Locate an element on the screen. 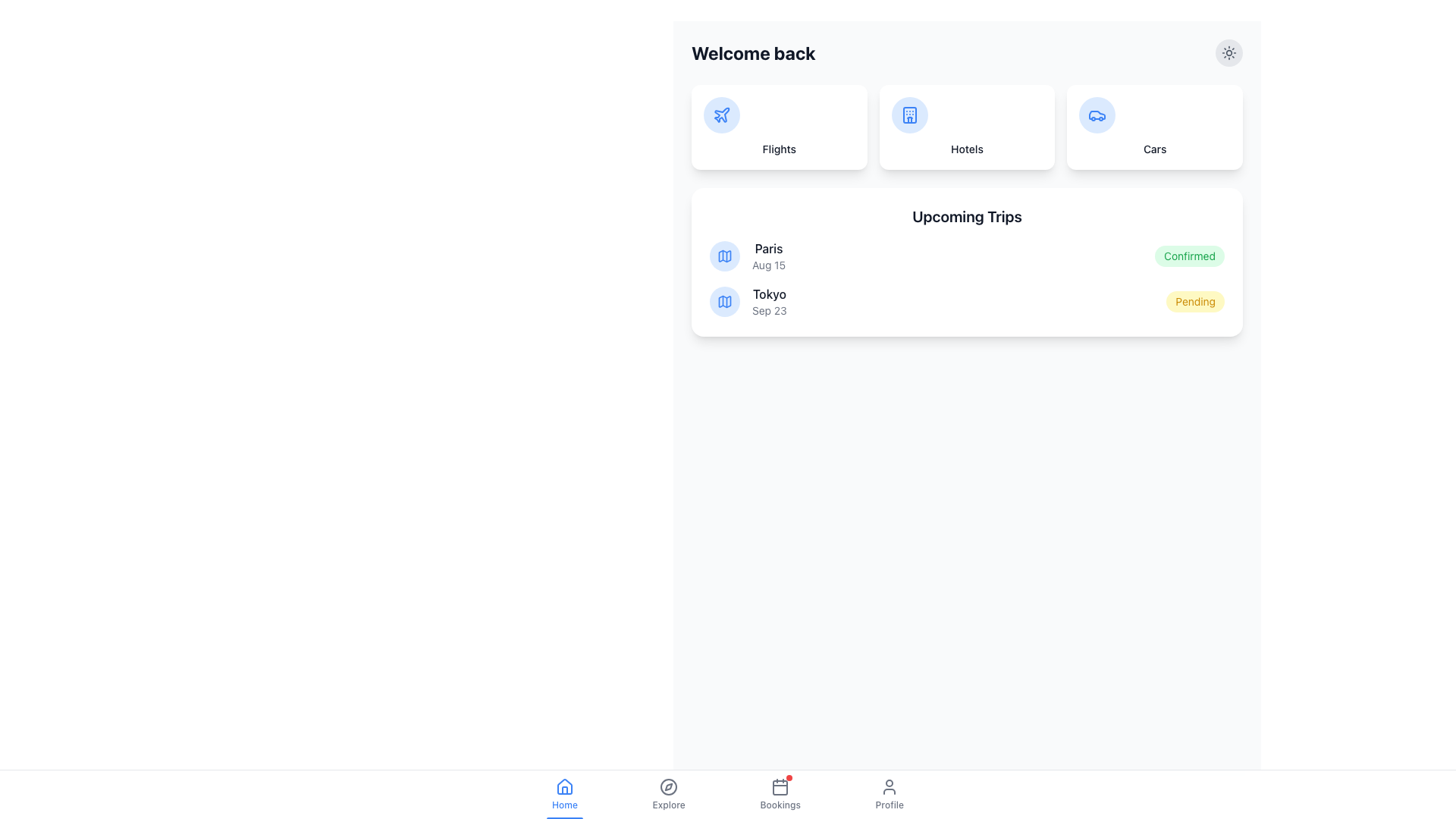 The height and width of the screenshot is (819, 1456). the Status label with a light yellow background and the text 'Pending', located in the bottom right corner of the card in the 'Upcoming Trips' section next to 'Tokyo' dated 'Sep 23' is located at coordinates (1194, 301).